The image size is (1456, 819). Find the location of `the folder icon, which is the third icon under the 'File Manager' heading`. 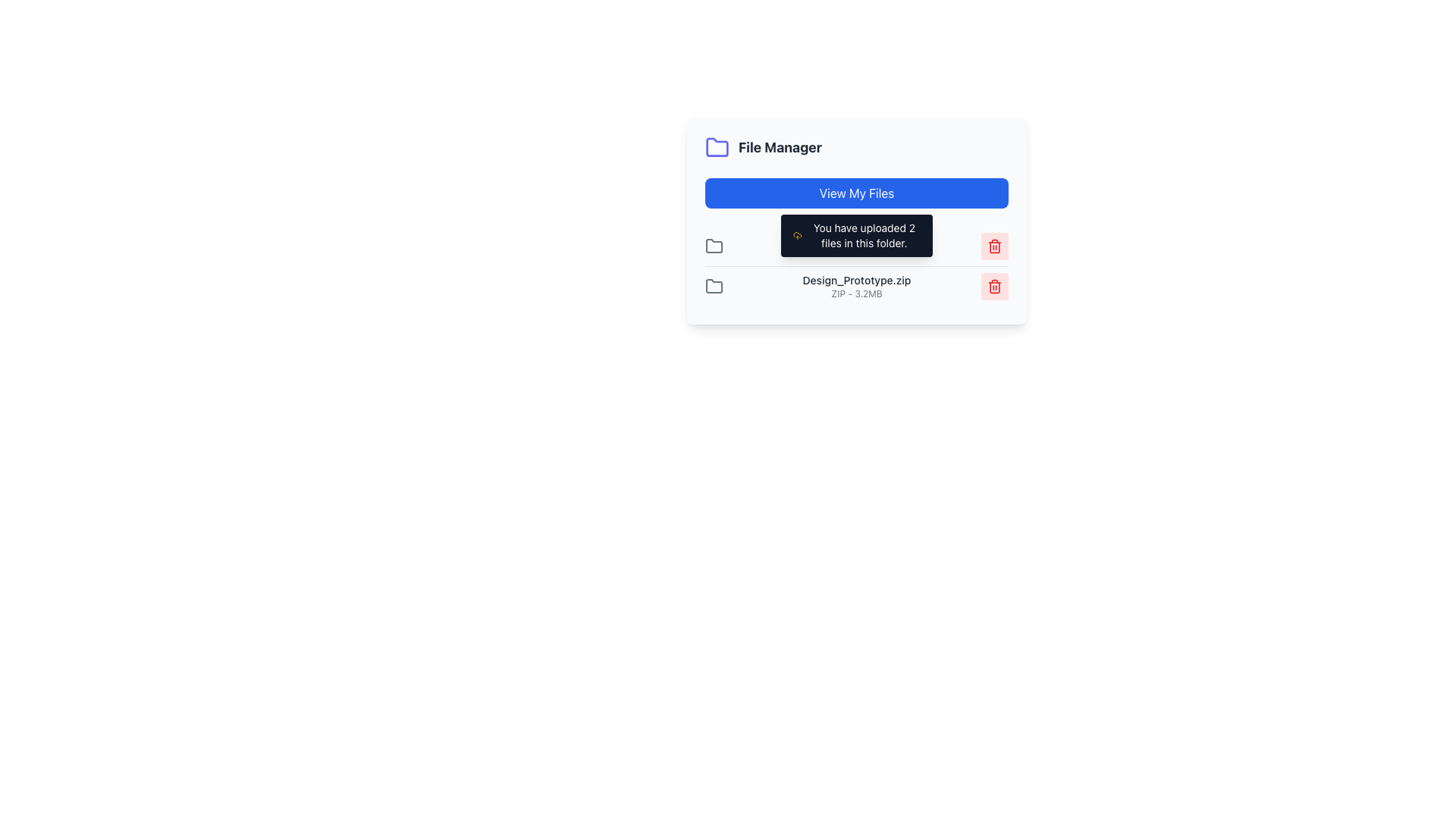

the folder icon, which is the third icon under the 'File Manager' heading is located at coordinates (713, 286).